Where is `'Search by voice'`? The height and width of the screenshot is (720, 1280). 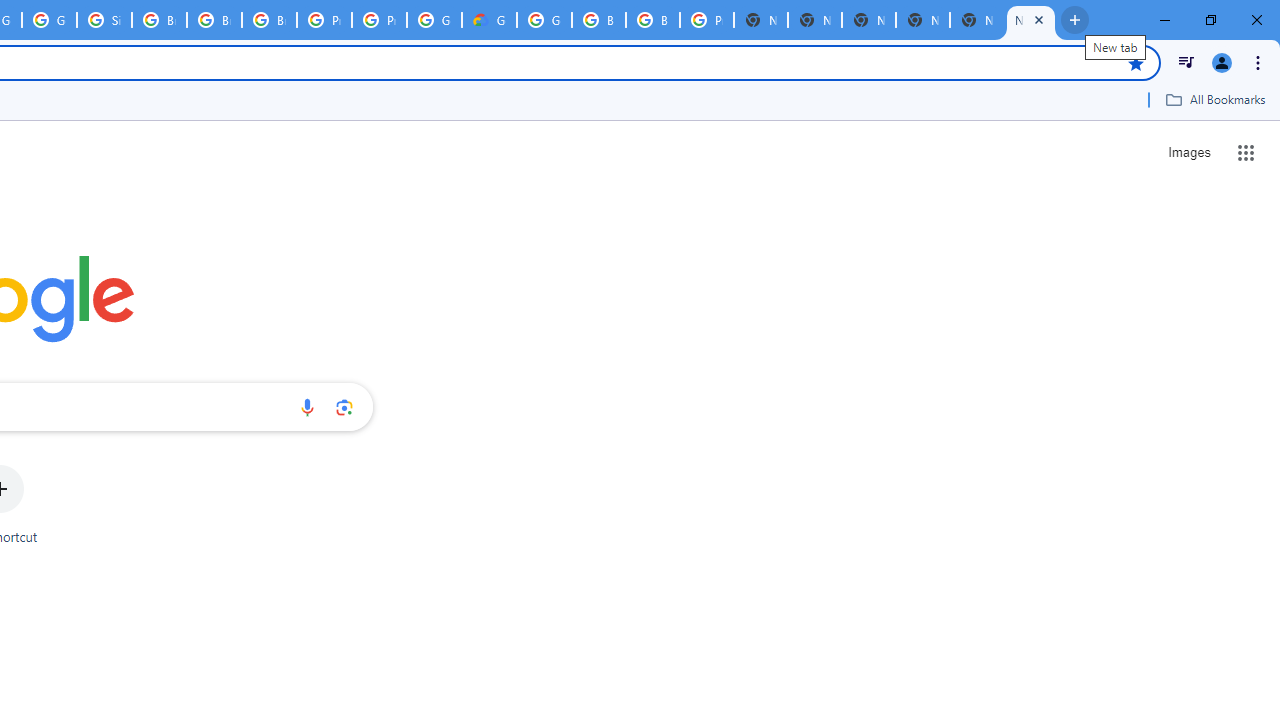 'Search by voice' is located at coordinates (306, 406).